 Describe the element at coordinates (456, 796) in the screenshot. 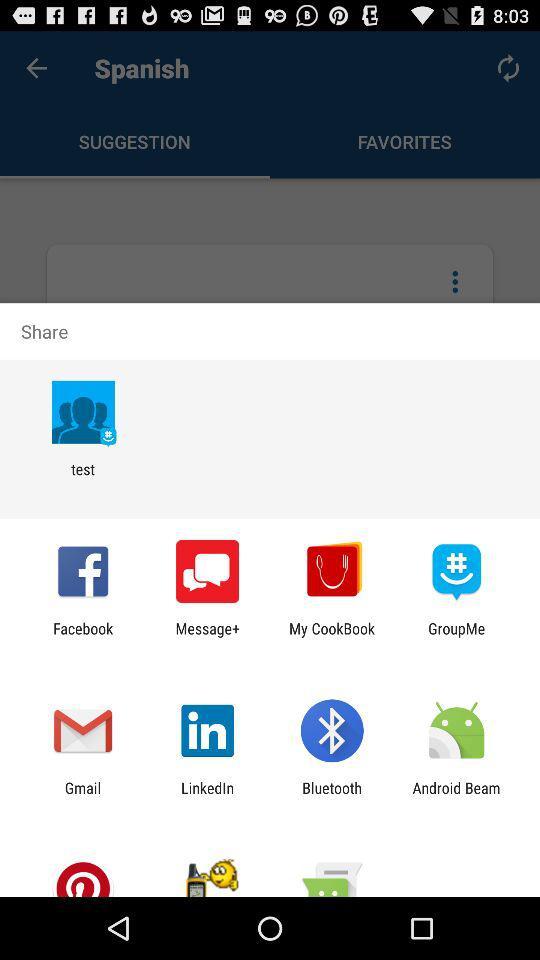

I see `the icon to the right of bluetooth` at that location.